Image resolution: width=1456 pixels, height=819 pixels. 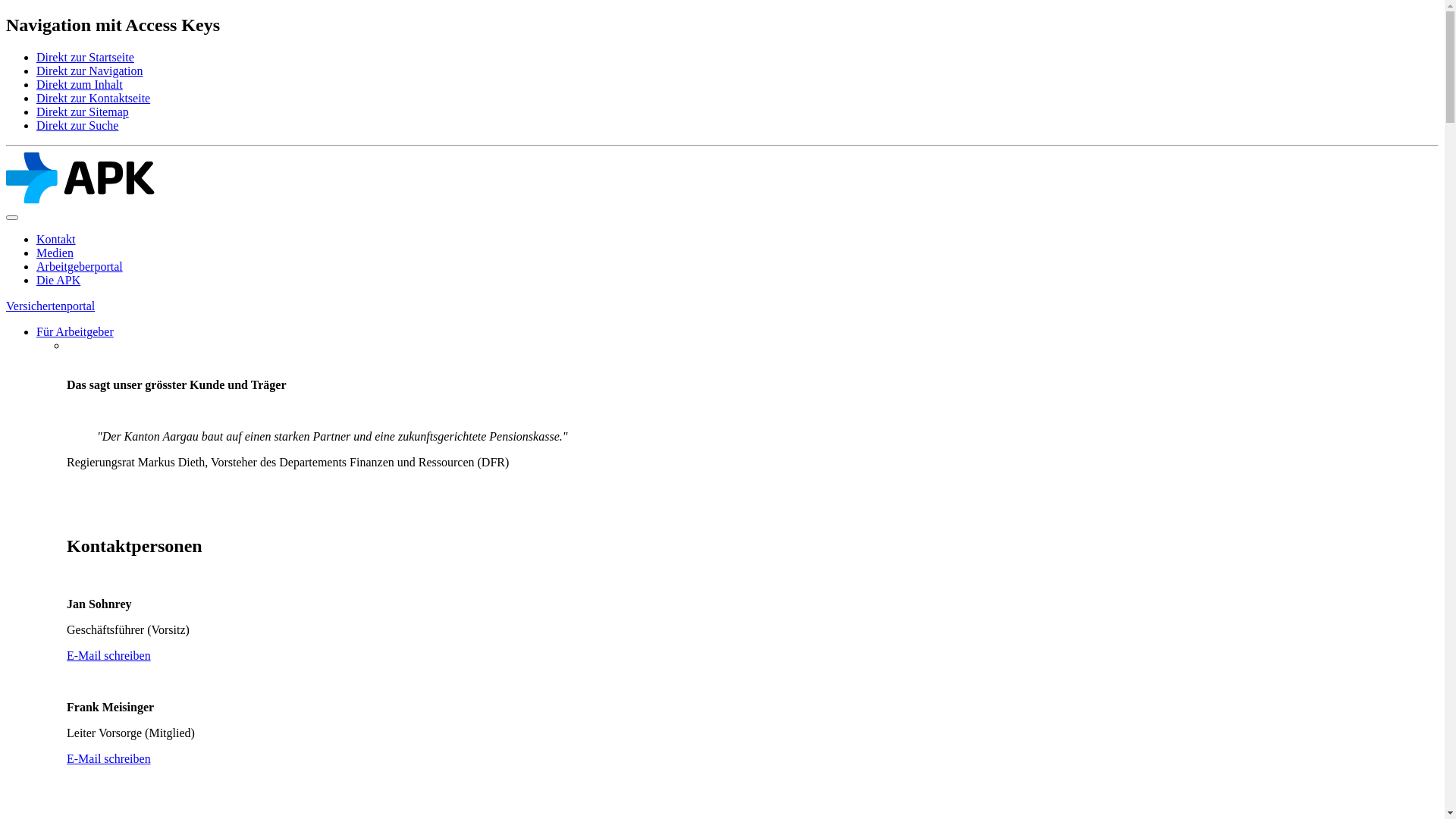 I want to click on 'Direkt zur Navigation', so click(x=89, y=71).